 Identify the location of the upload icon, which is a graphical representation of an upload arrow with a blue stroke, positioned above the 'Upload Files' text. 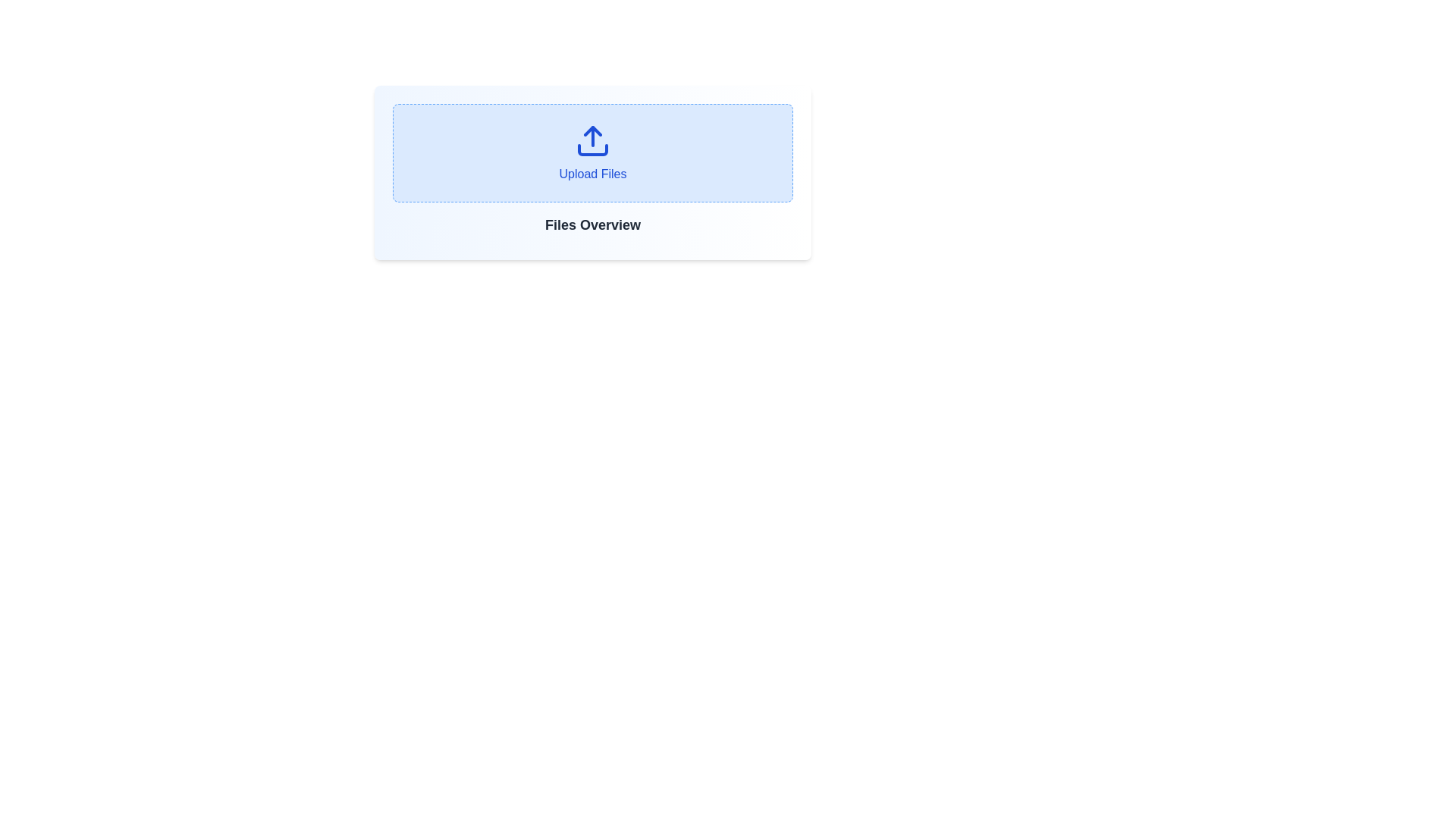
(592, 140).